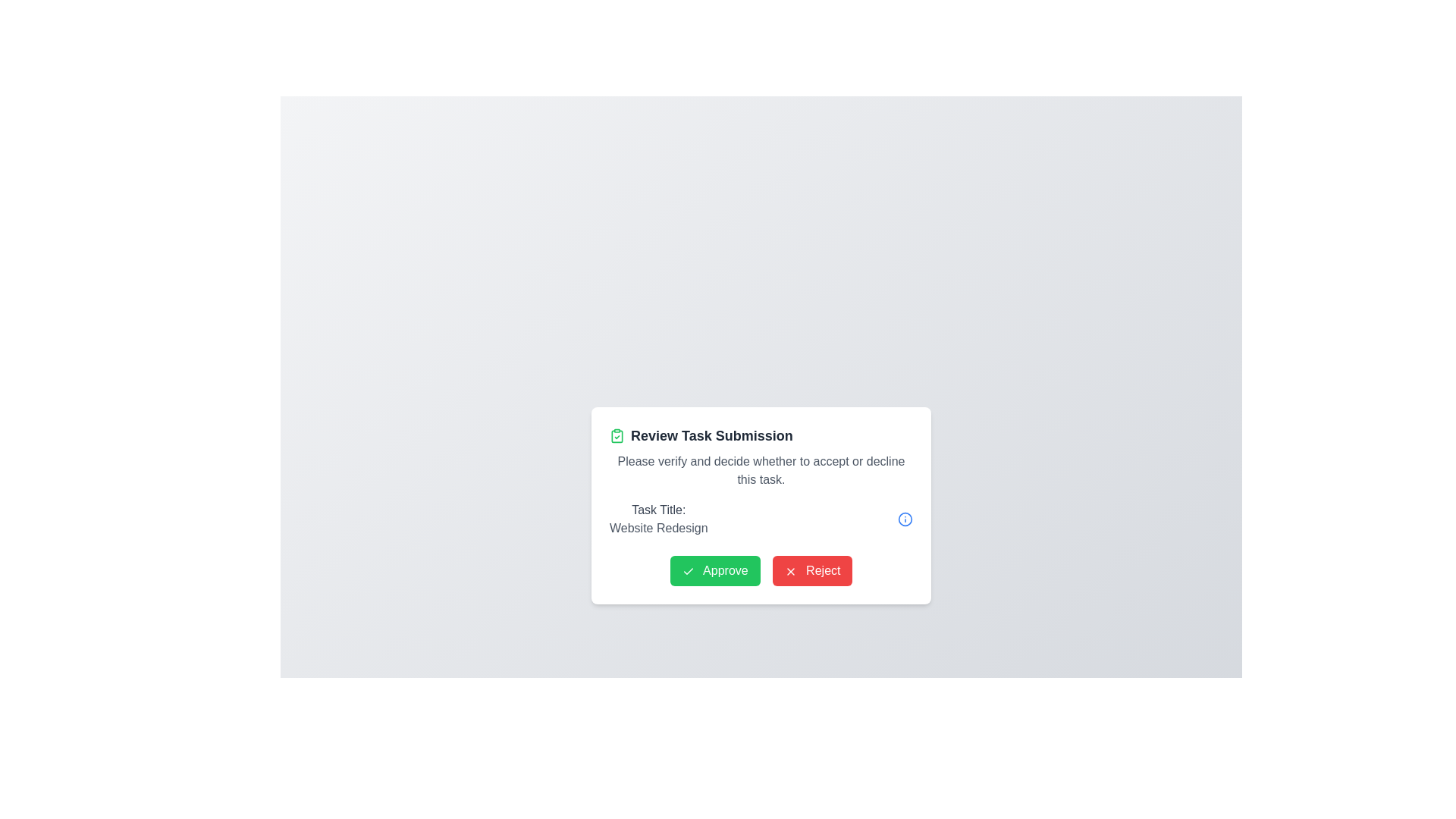  I want to click on the checkmark icon embedded on the left side of the green 'Approve' button located in the bottom-left corner of the dialog box, so click(687, 571).